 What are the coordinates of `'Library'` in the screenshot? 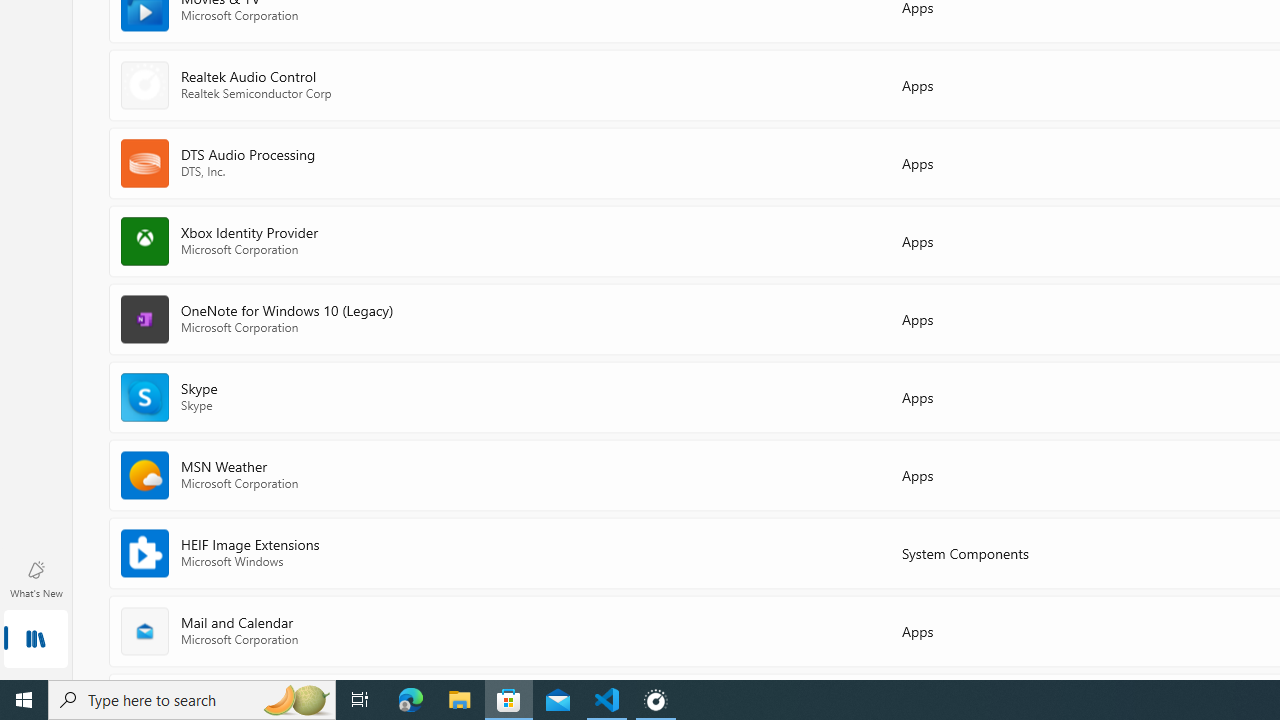 It's located at (35, 640).